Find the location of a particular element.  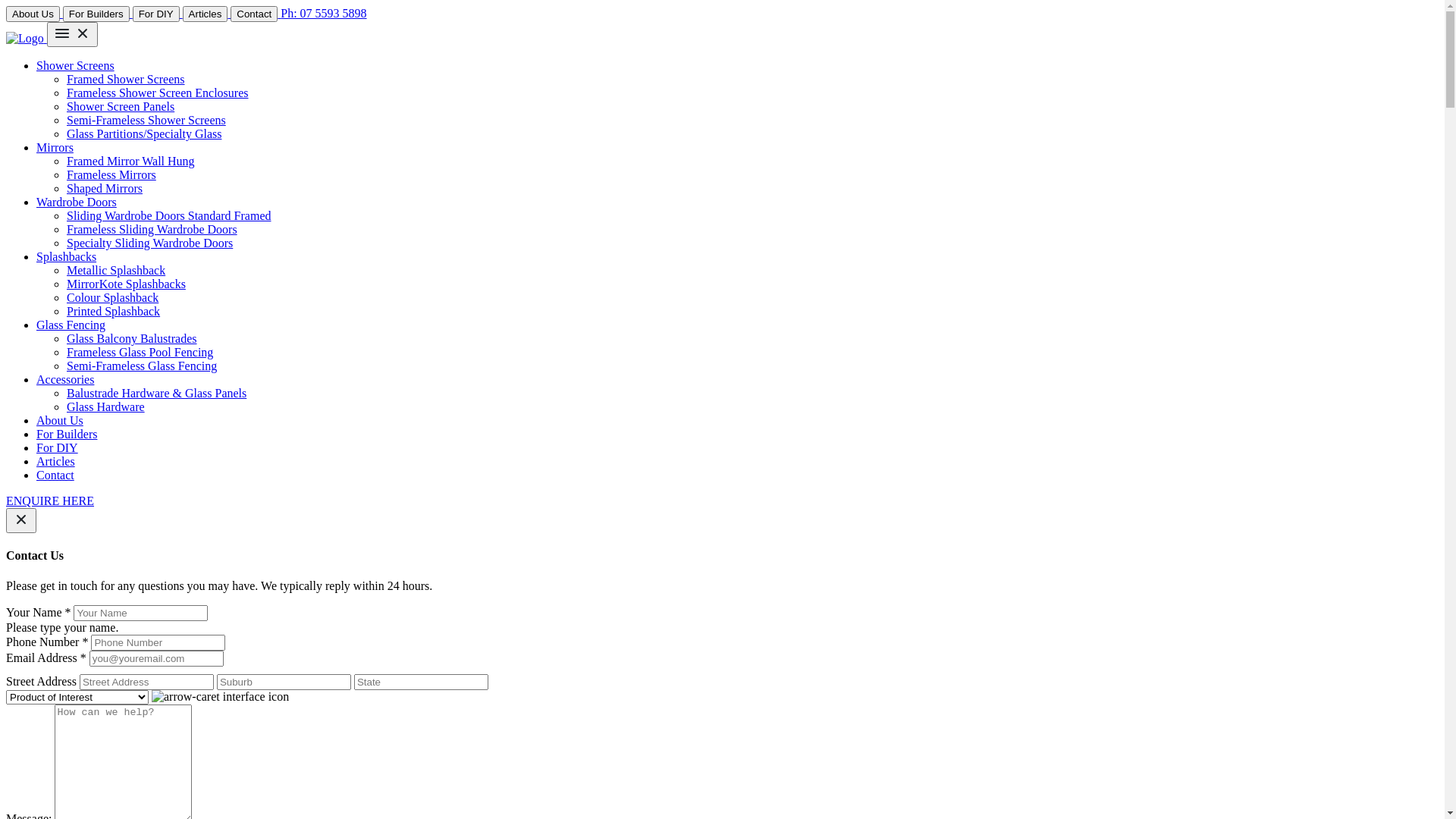

'ENQUIRE HERE' is located at coordinates (50, 500).